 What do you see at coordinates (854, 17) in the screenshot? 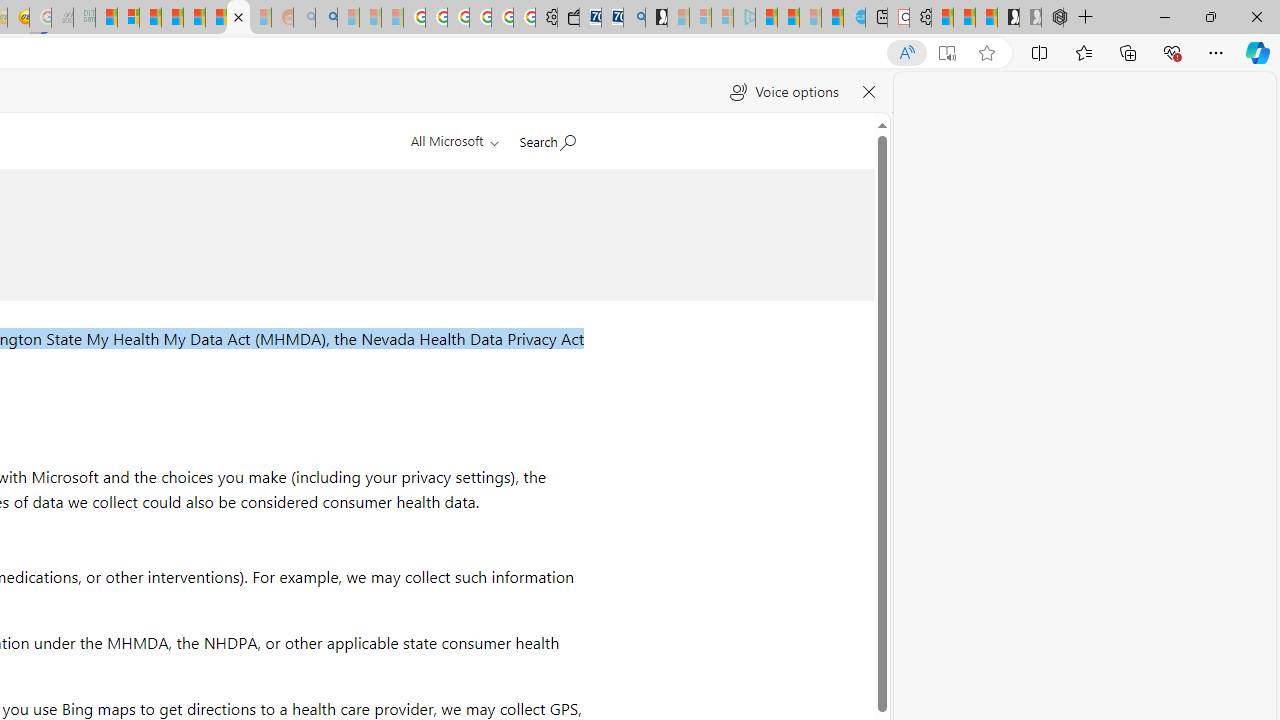
I see `'Home | Sky Blue Bikes - Sky Blue Bikes'` at bounding box center [854, 17].